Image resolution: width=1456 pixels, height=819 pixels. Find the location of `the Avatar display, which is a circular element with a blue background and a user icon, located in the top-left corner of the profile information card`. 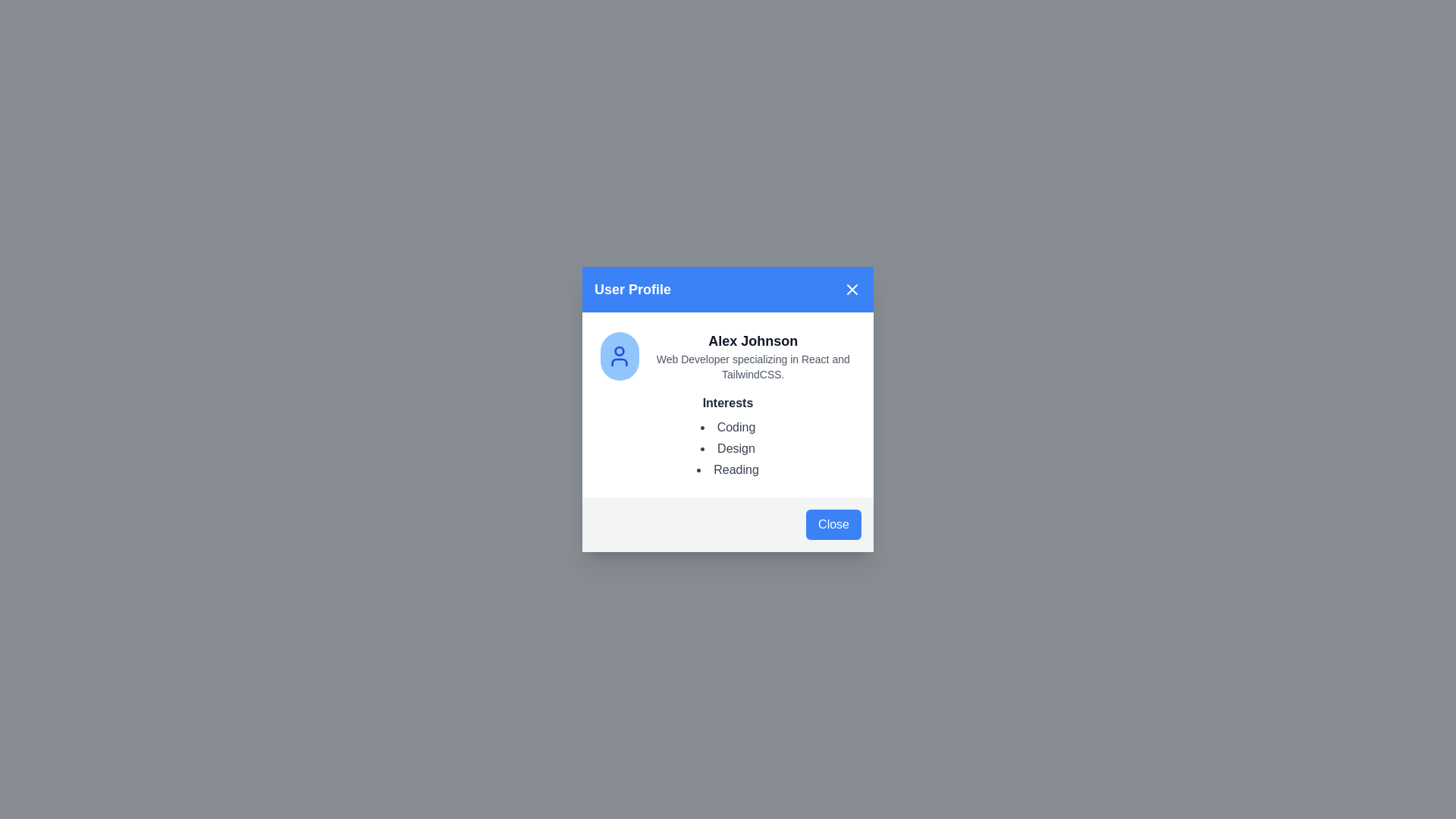

the Avatar display, which is a circular element with a blue background and a user icon, located in the top-left corner of the profile information card is located at coordinates (620, 356).